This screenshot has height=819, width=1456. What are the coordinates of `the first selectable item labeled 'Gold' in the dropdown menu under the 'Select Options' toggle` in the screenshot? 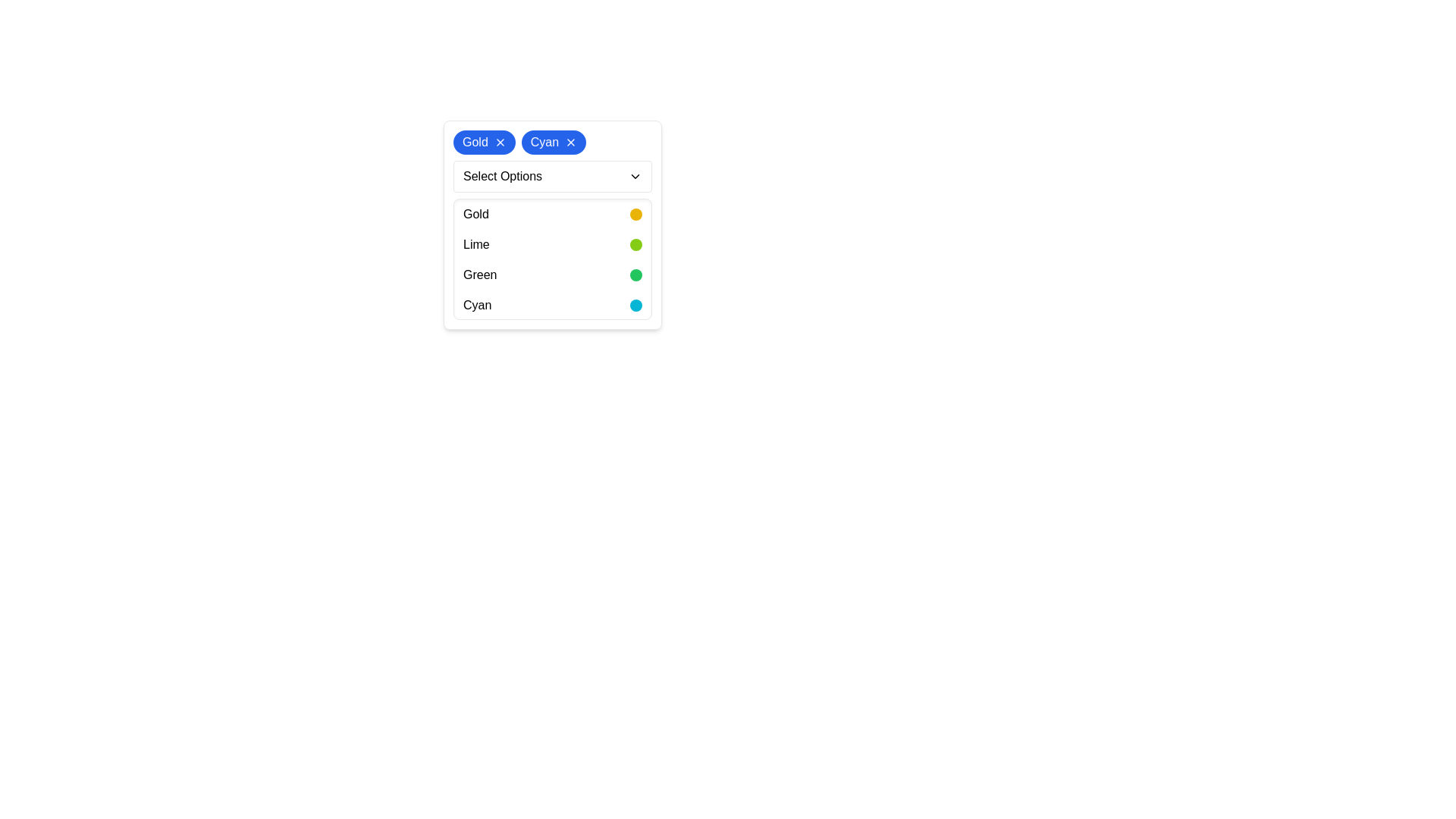 It's located at (552, 225).